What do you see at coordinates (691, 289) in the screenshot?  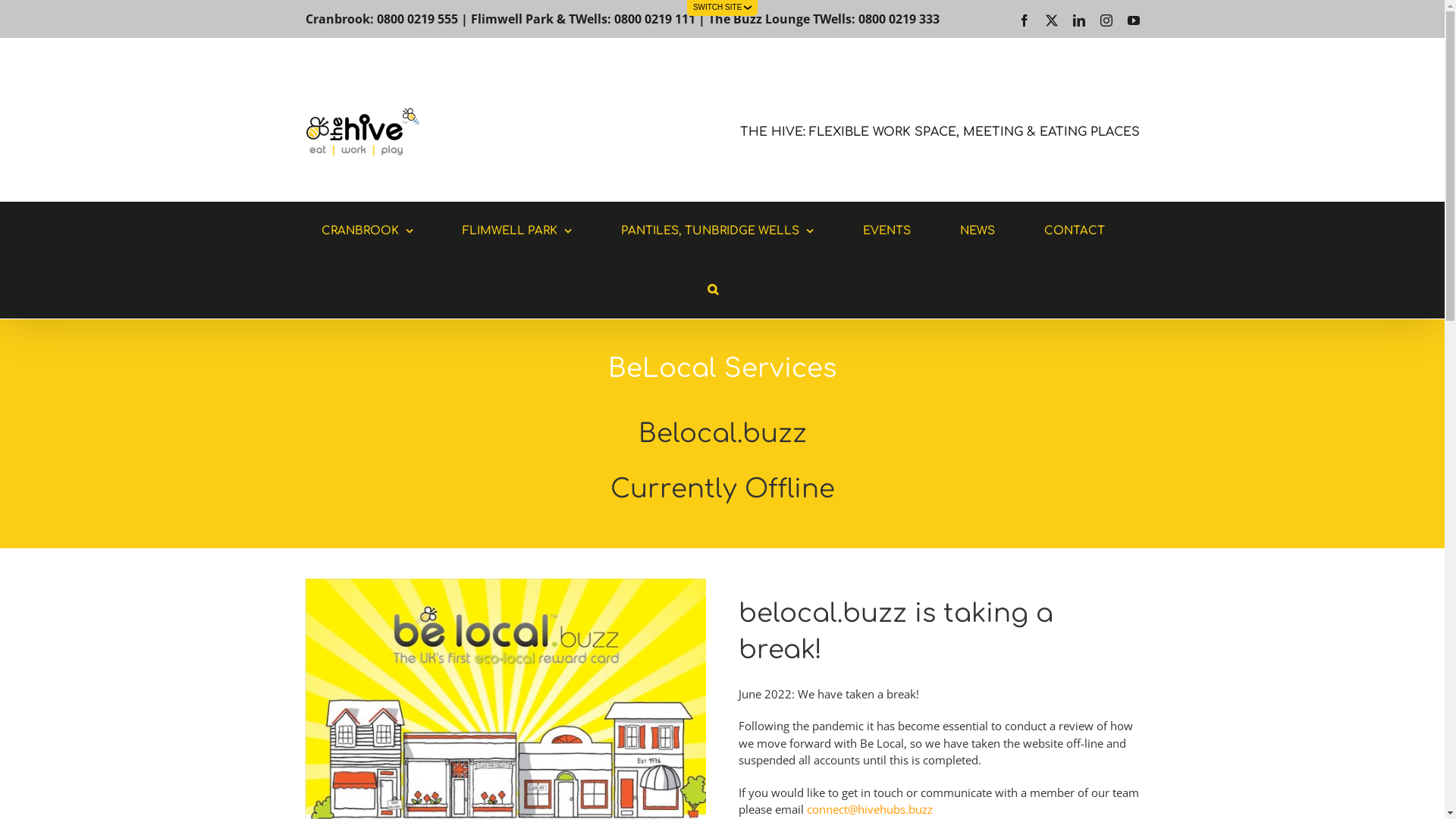 I see `'Search'` at bounding box center [691, 289].